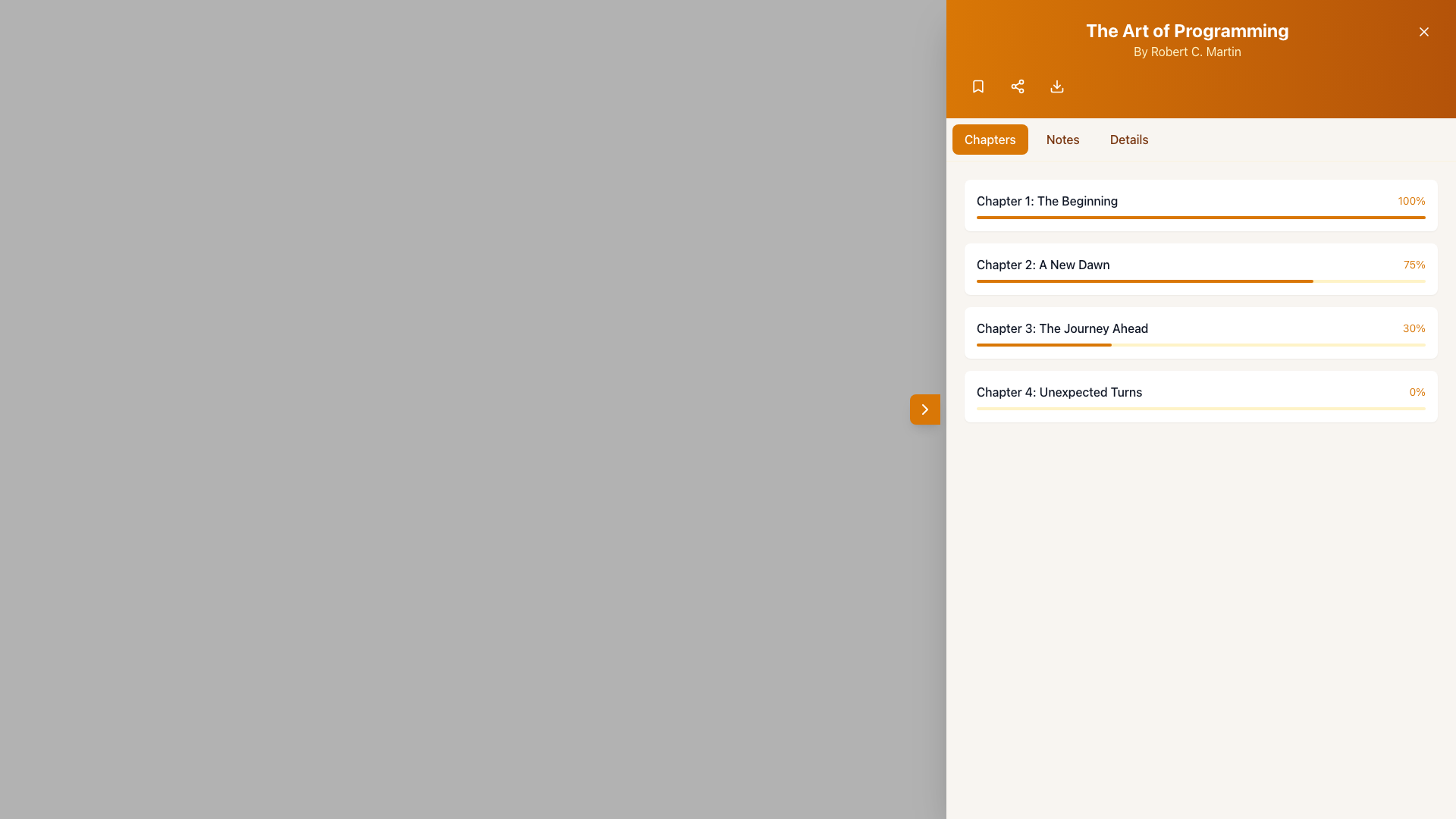 The width and height of the screenshot is (1456, 819). What do you see at coordinates (1200, 332) in the screenshot?
I see `the Progress tracker representing Chapter 3` at bounding box center [1200, 332].